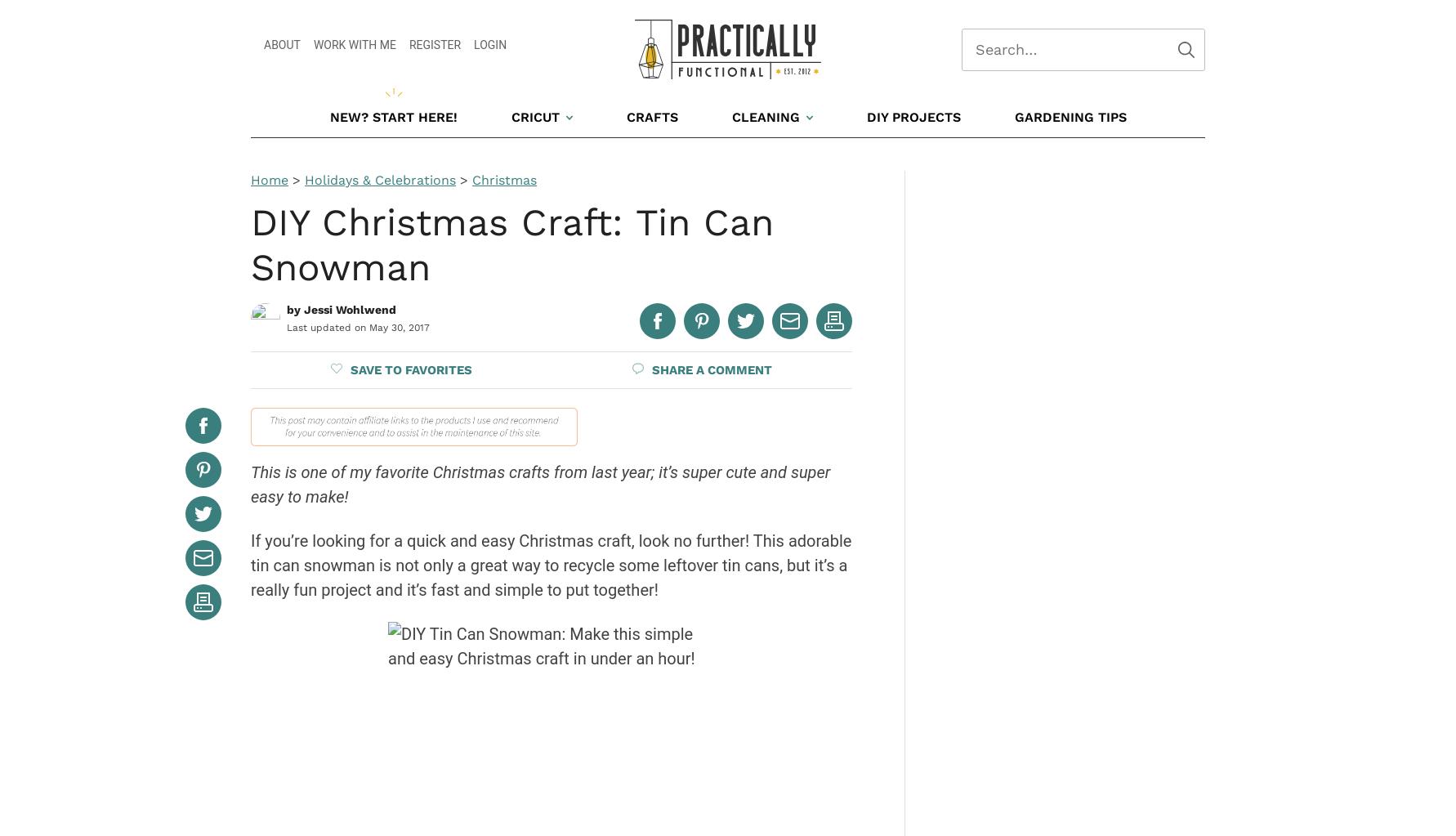 The width and height of the screenshot is (1456, 836). Describe the element at coordinates (651, 369) in the screenshot. I see `'Share a'` at that location.